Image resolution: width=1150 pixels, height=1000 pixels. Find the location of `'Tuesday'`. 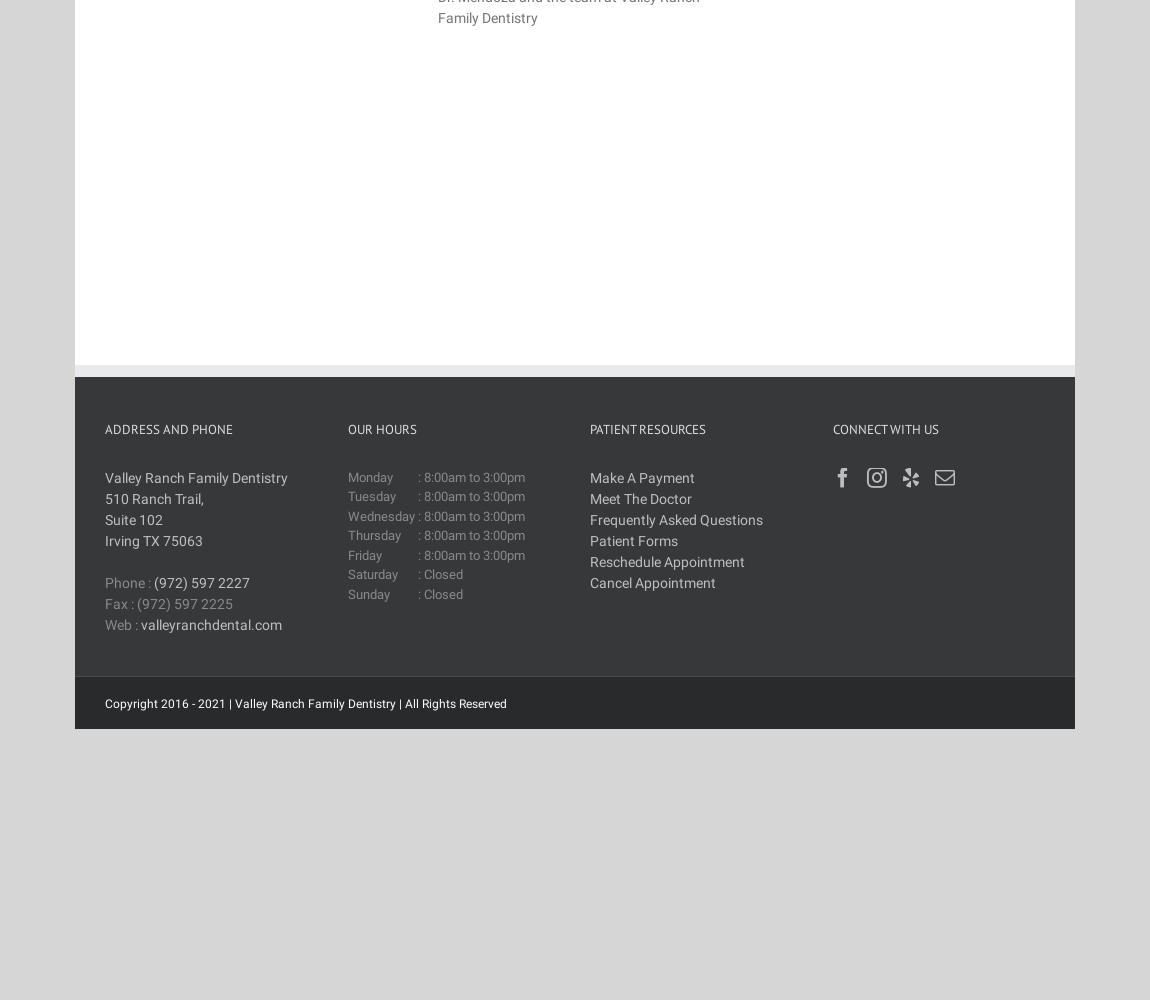

'Tuesday' is located at coordinates (370, 495).